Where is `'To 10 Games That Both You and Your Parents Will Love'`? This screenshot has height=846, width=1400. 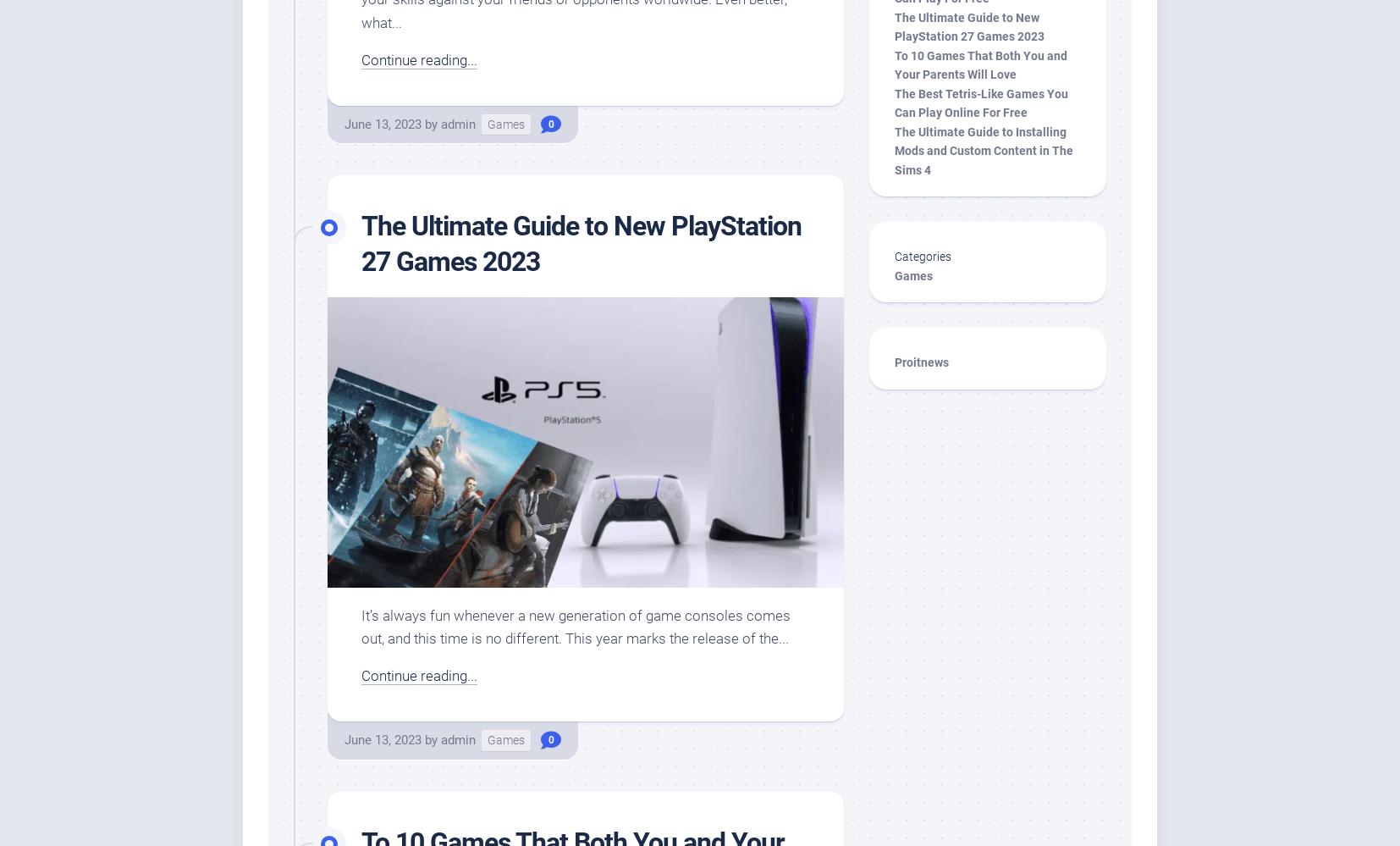
'To 10 Games That Both You and Your Parents Will Love' is located at coordinates (894, 64).